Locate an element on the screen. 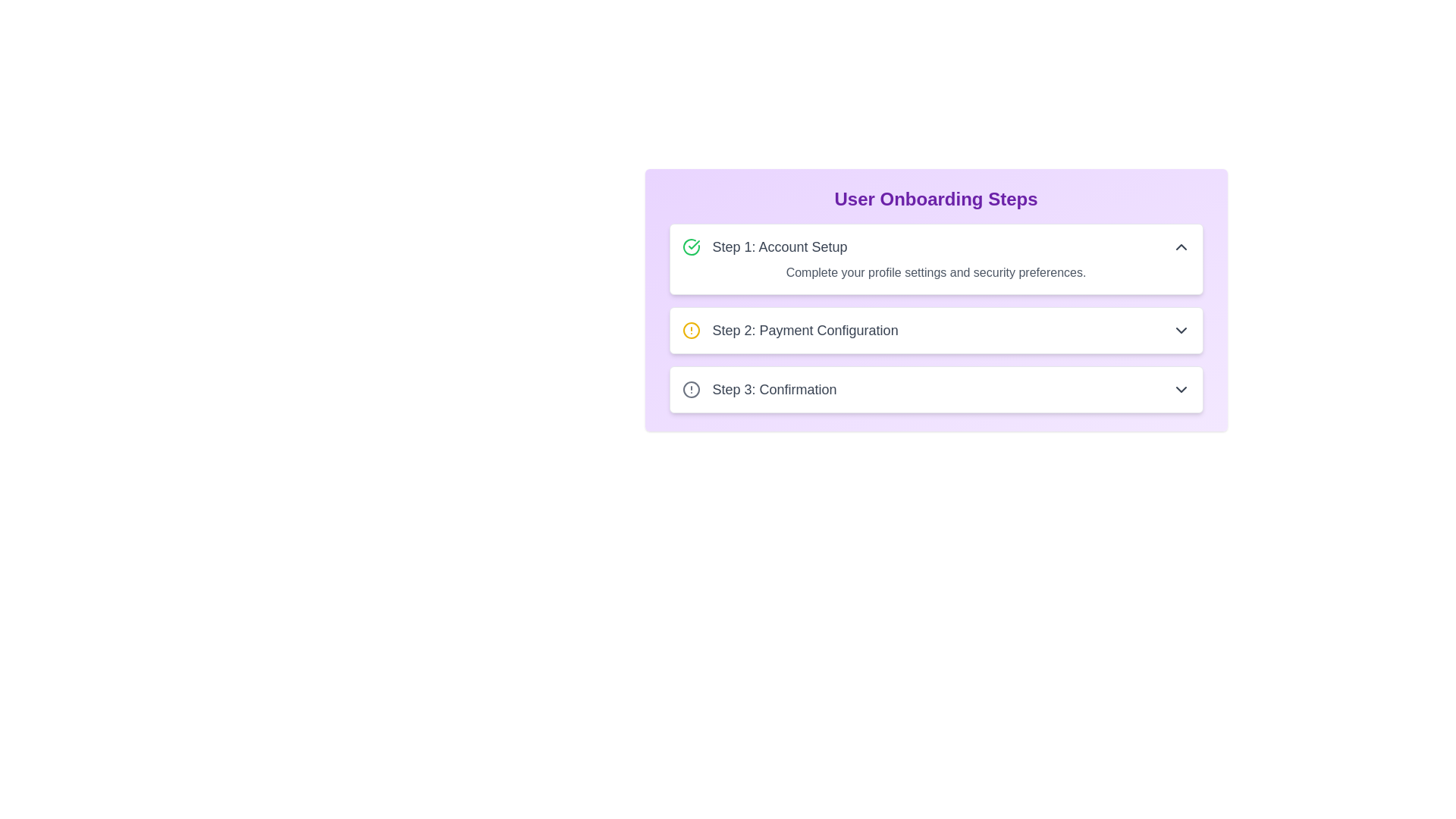  properties for styling of the completed status vector icon located in the 'Step 1: Account Setup' section of the onboarding interface is located at coordinates (693, 244).